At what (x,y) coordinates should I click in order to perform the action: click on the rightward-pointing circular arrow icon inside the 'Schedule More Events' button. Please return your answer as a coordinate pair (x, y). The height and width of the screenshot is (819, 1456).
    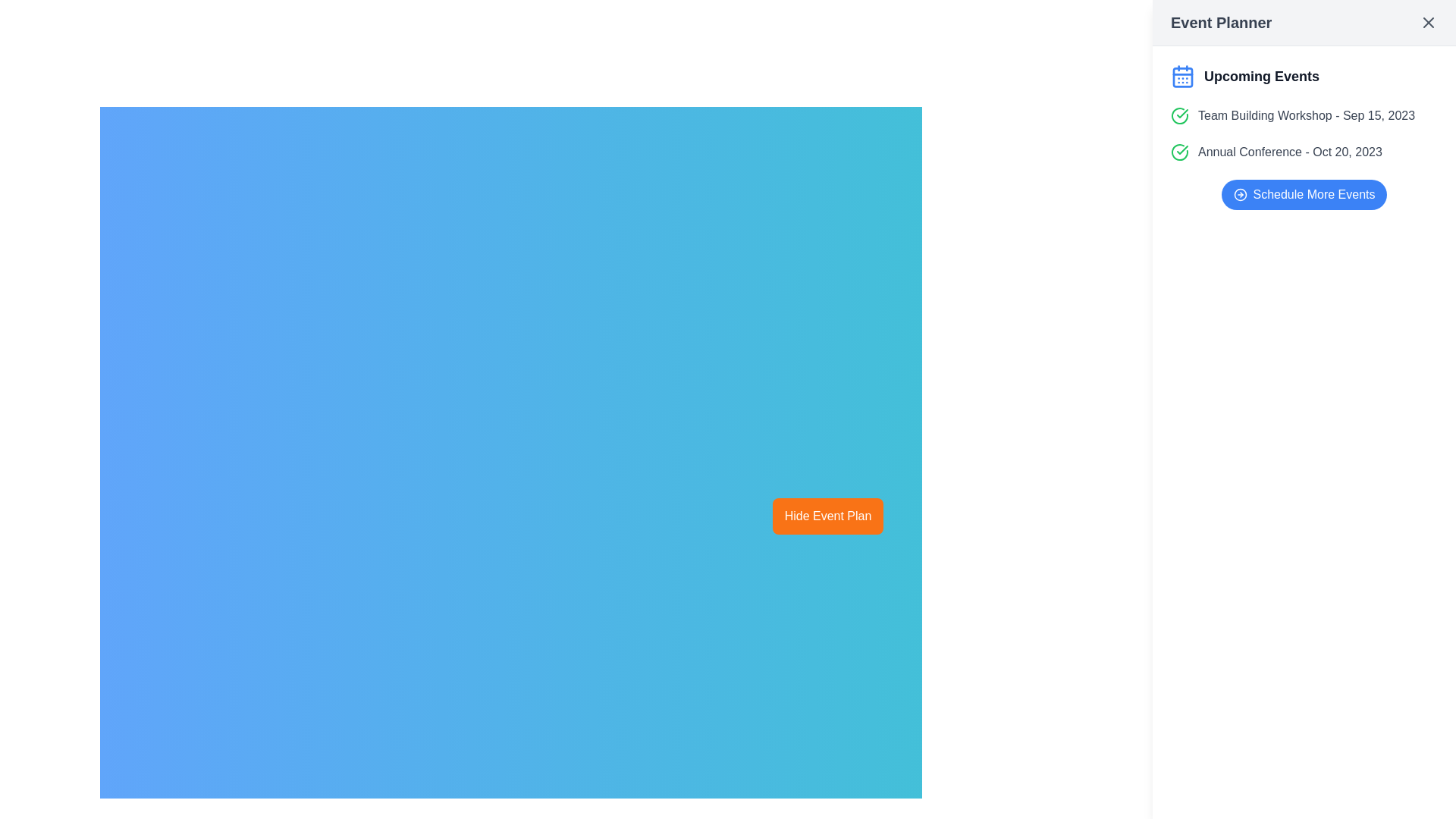
    Looking at the image, I should click on (1240, 194).